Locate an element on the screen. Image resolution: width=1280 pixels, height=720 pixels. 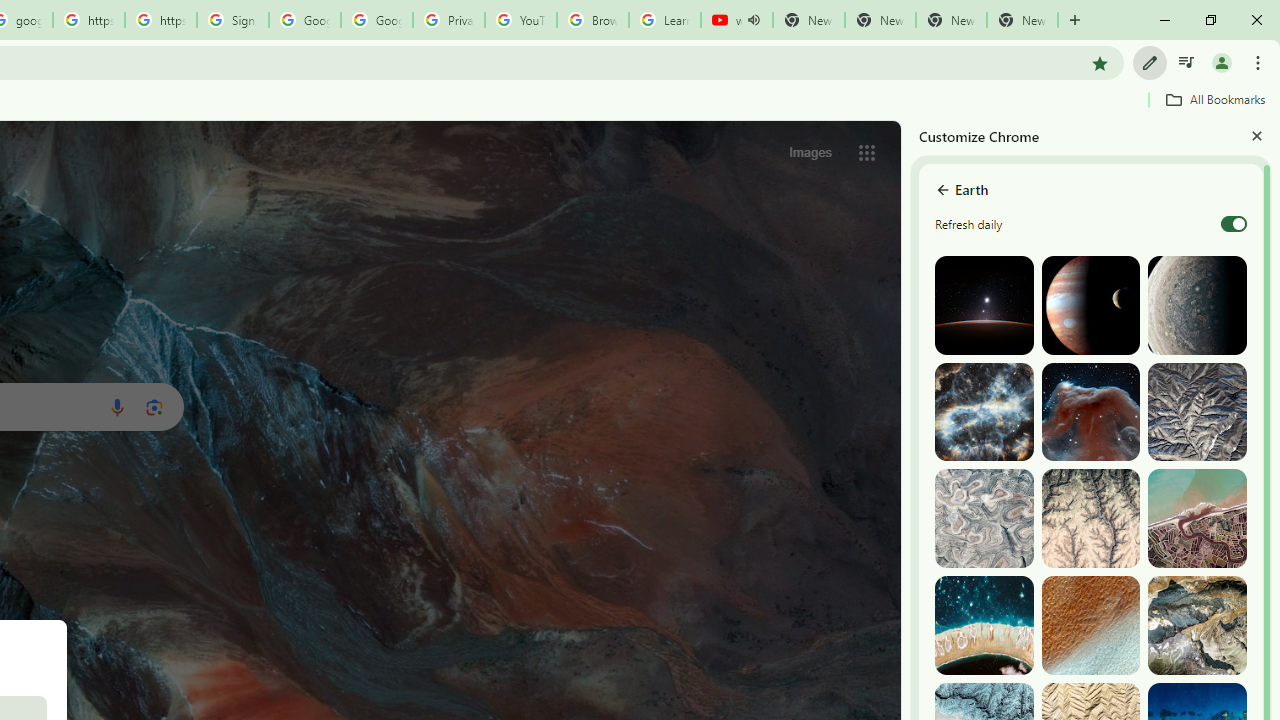
'Nanggroe Aceh Darussalam, Indonesia' is located at coordinates (1197, 517).